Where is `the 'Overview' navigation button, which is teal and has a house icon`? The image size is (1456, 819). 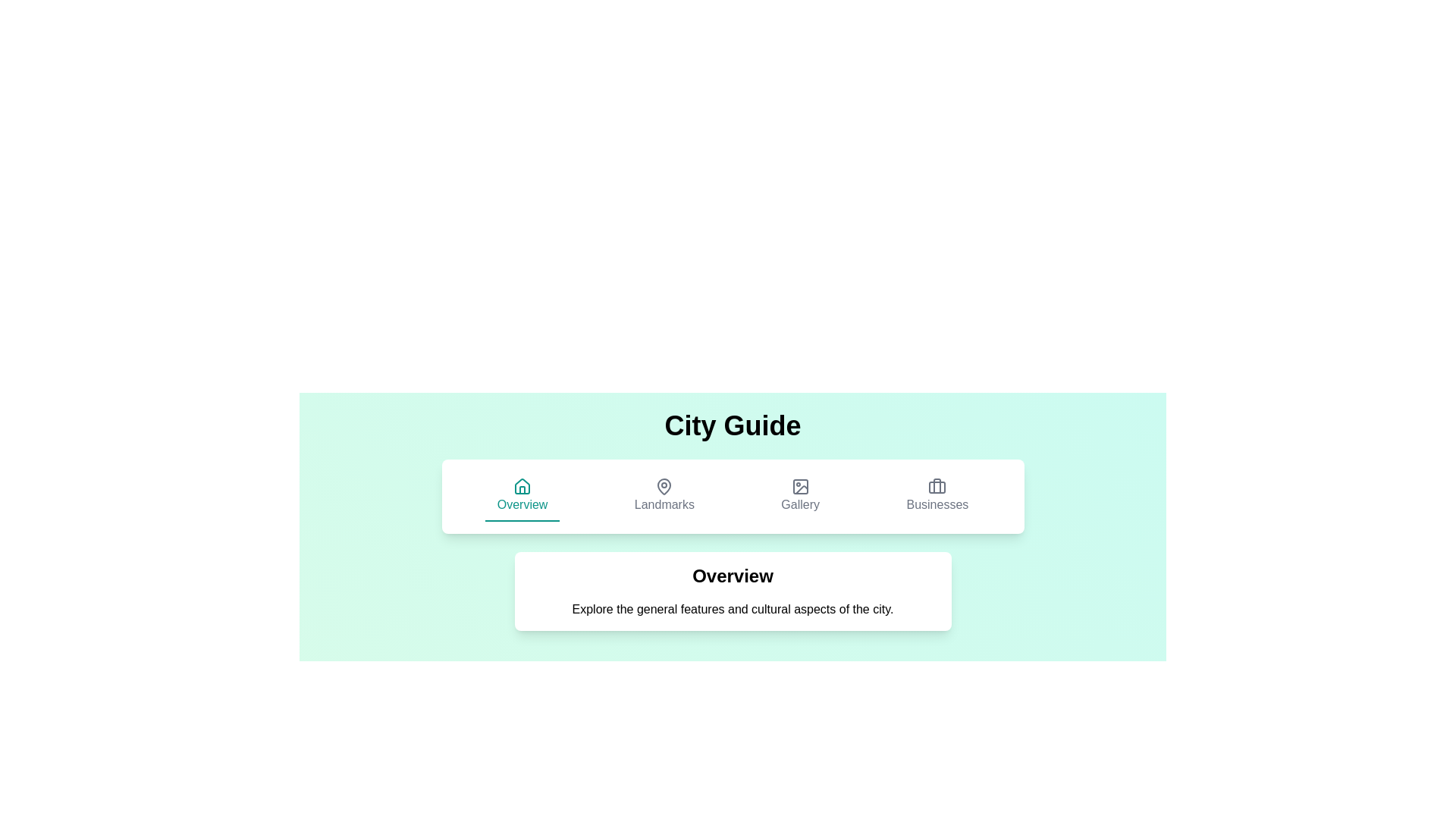
the 'Overview' navigation button, which is teal and has a house icon is located at coordinates (522, 497).